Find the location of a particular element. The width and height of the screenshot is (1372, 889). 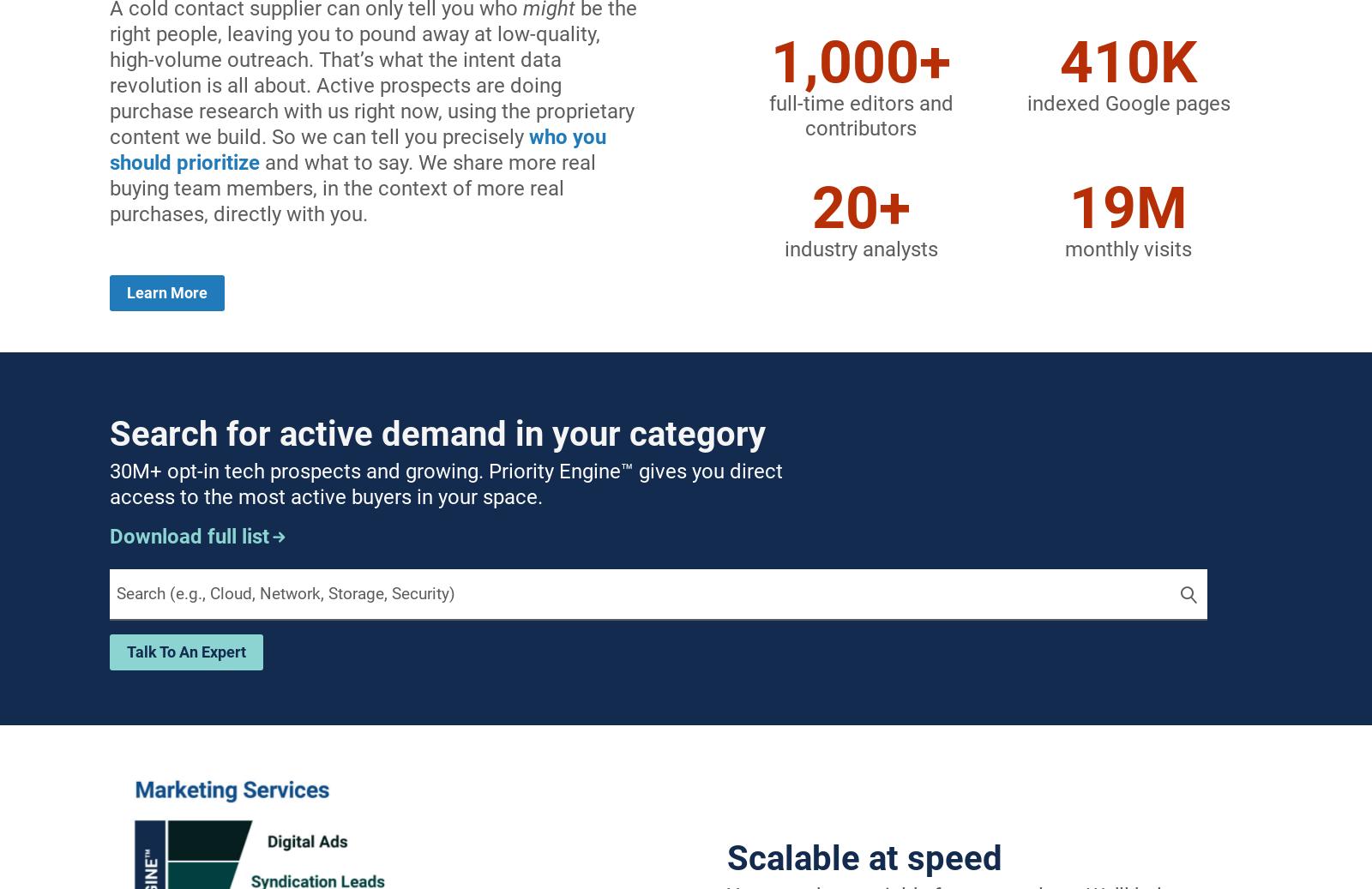

'410K' is located at coordinates (1128, 62).